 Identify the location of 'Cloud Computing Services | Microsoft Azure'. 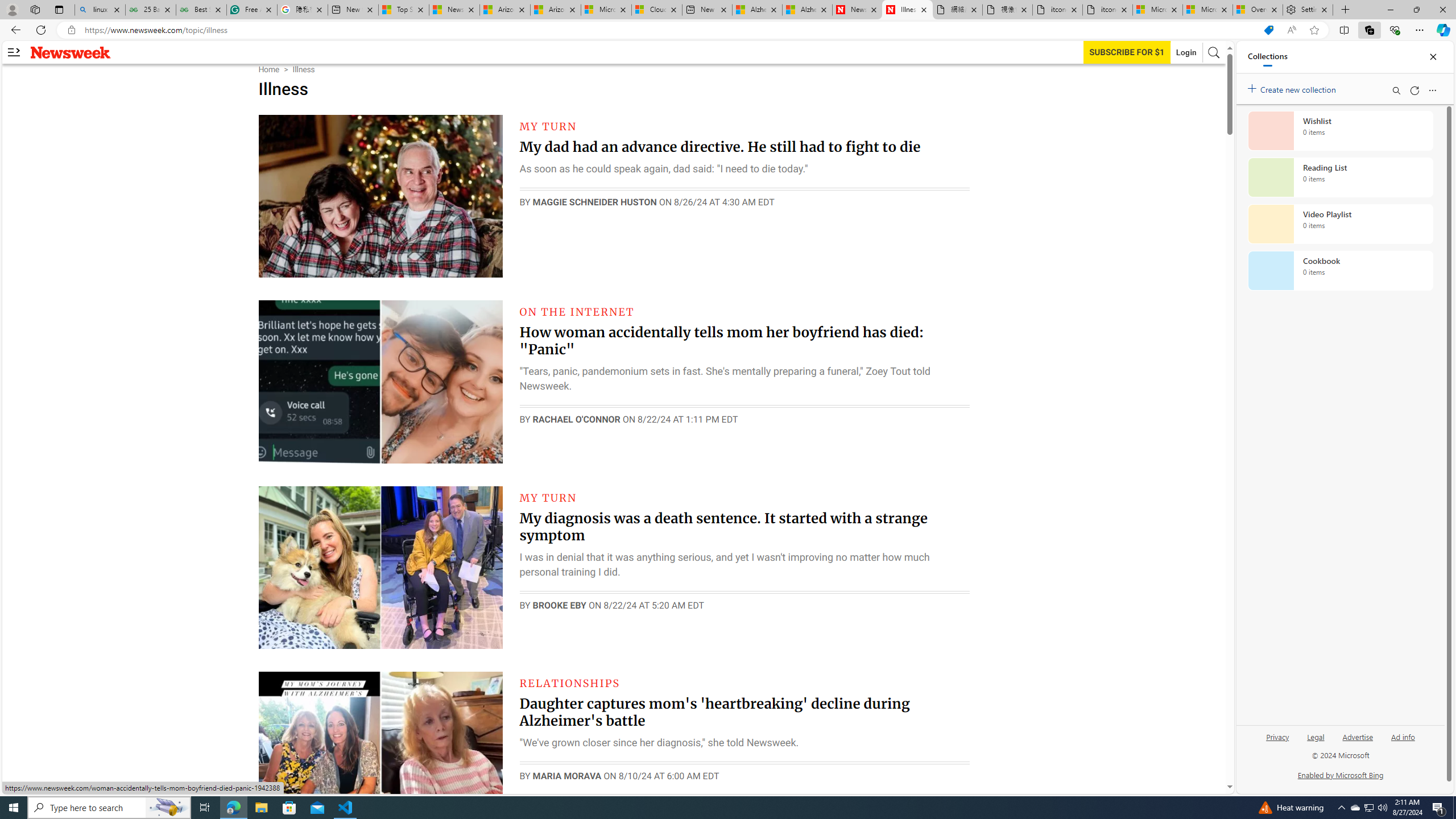
(656, 9).